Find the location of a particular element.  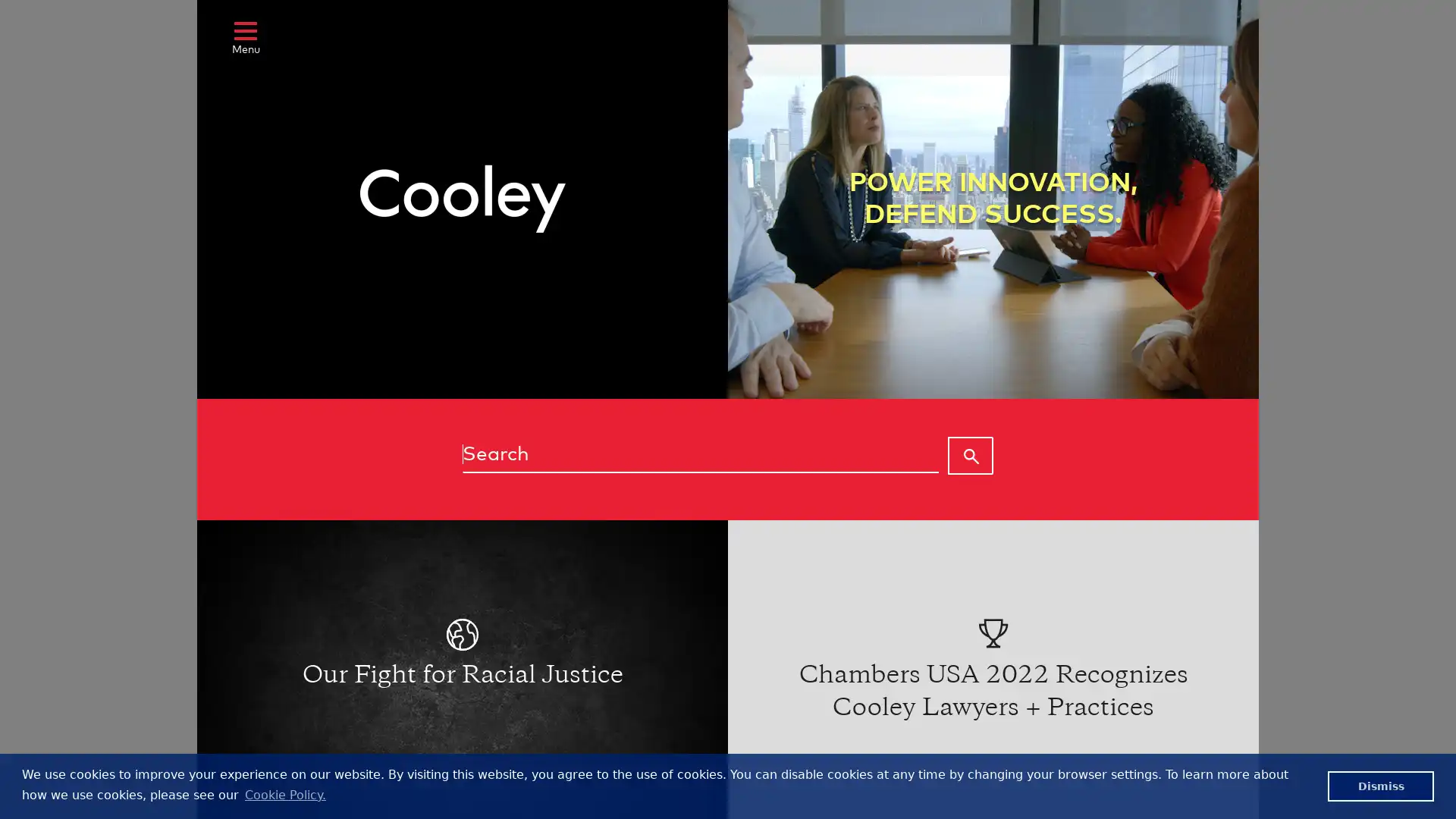

dismiss cookie message is located at coordinates (1380, 785).